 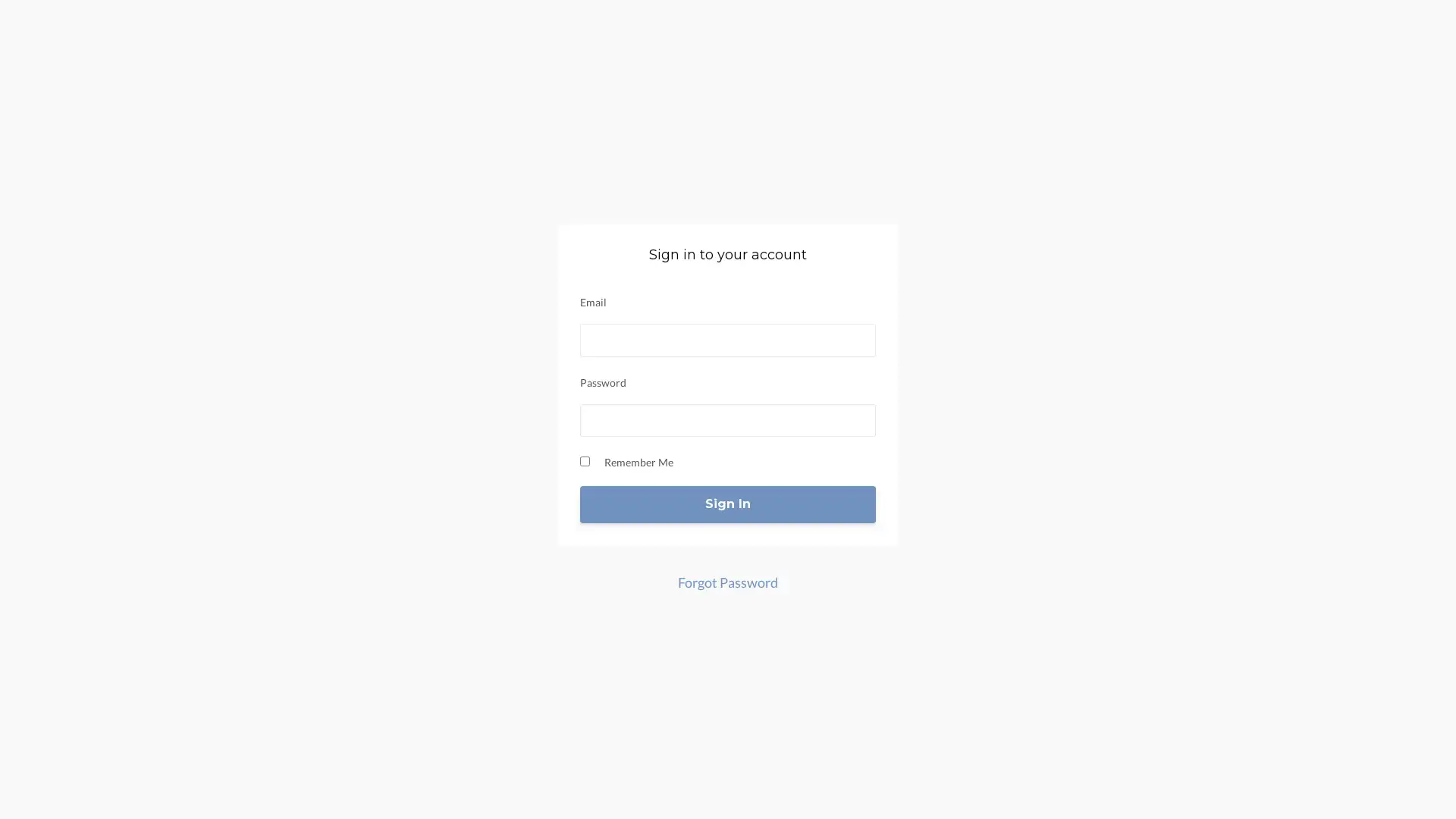 I want to click on Sign In, so click(x=728, y=504).